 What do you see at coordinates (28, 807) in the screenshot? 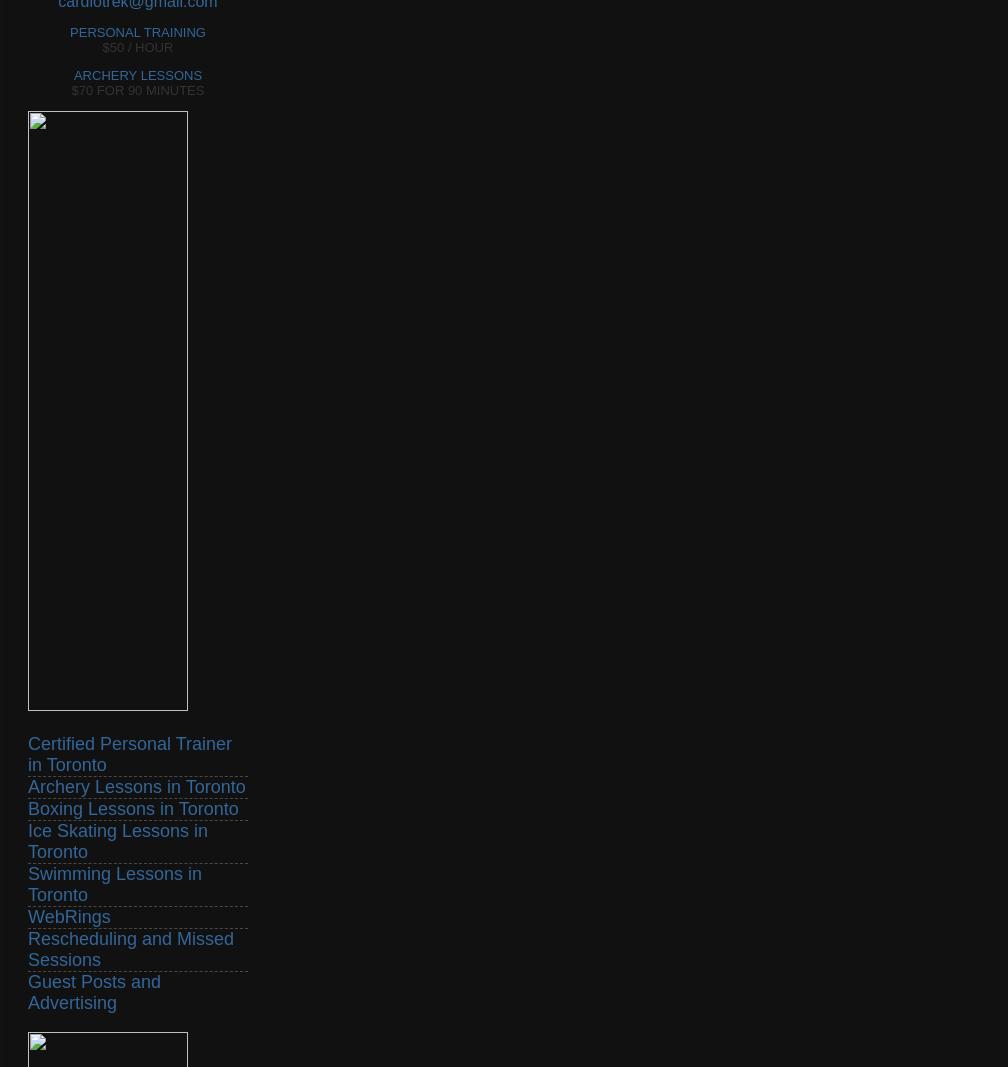
I see `'Boxing Lessons in Toronto'` at bounding box center [28, 807].